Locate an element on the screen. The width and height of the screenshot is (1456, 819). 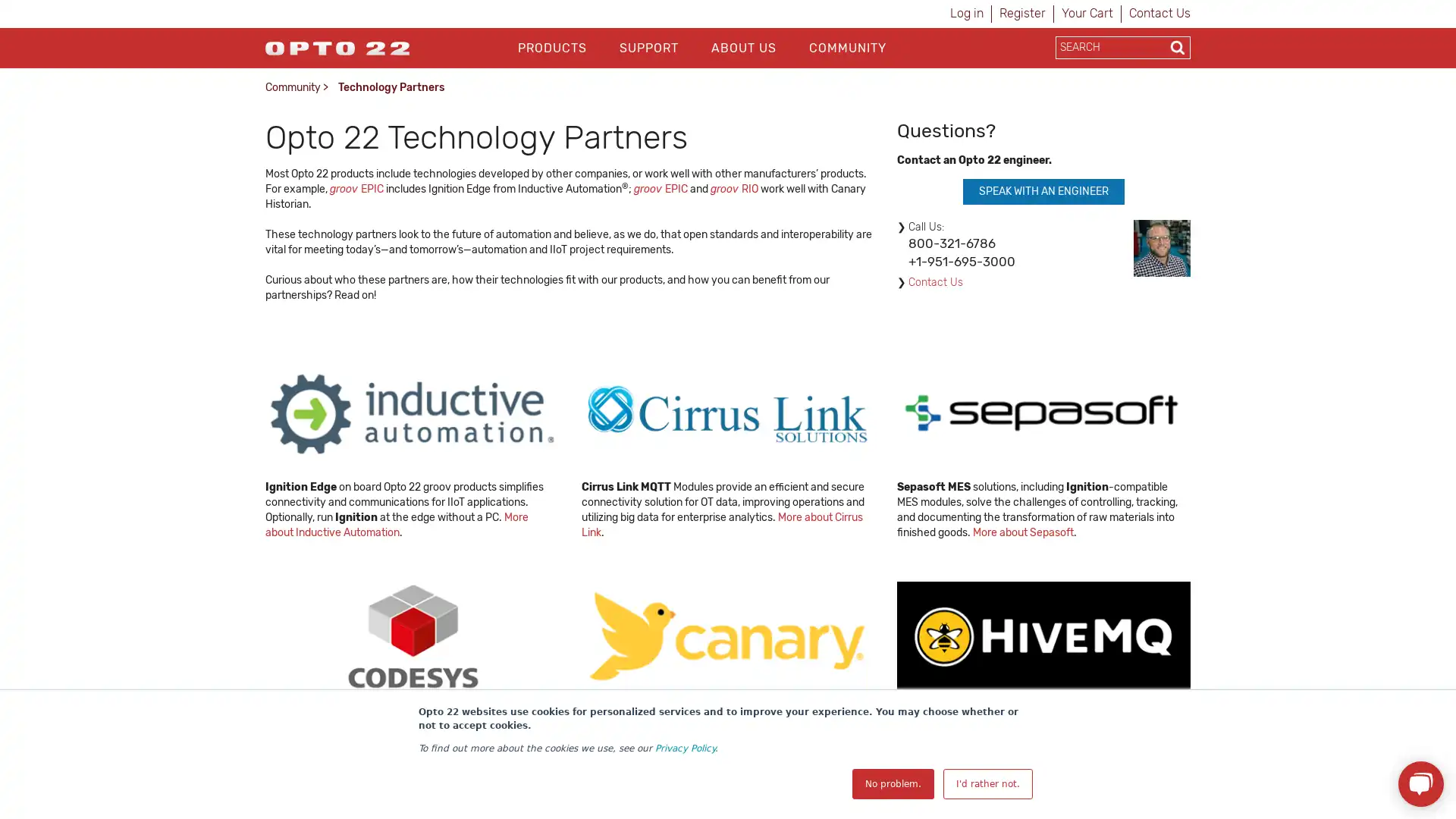
Search is located at coordinates (1177, 45).